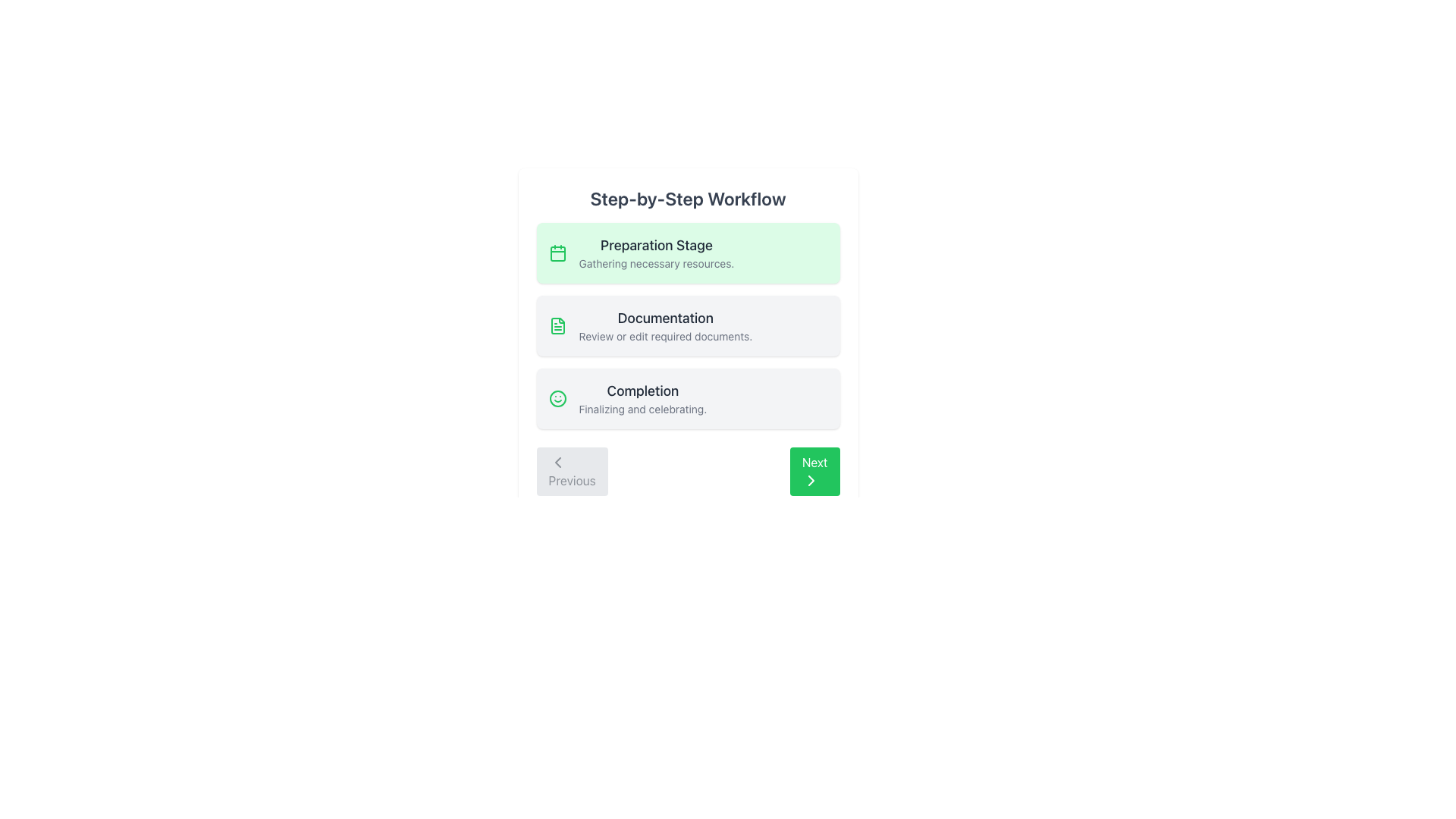 The width and height of the screenshot is (1456, 819). I want to click on the 'Preparation Stage' text label, which is prominently displayed in a bold, dark gray font against a green background, positioned above the lighter gray text 'Gathering necessary resources.', so click(656, 245).